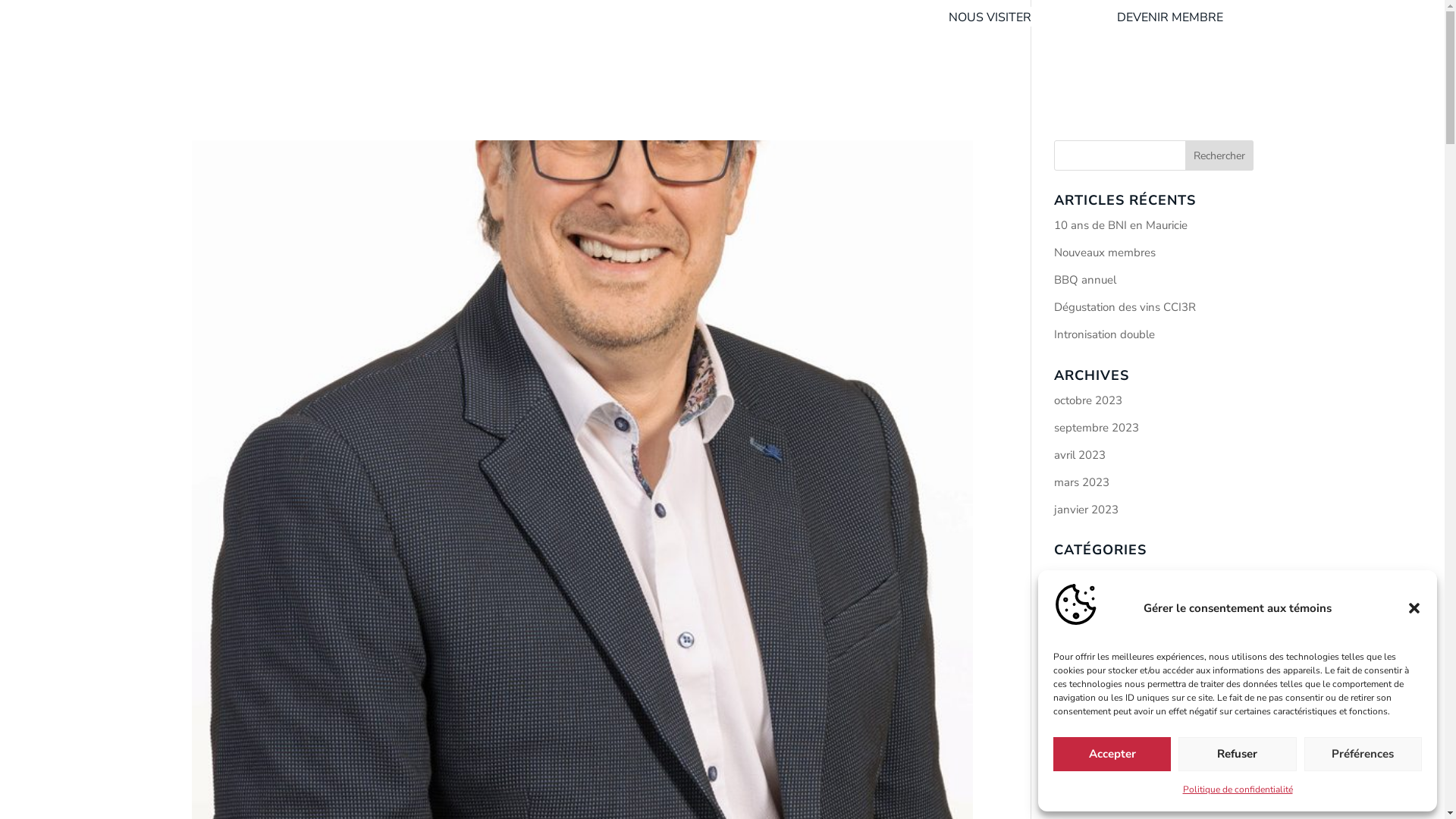  Describe the element at coordinates (1104, 333) in the screenshot. I see `'Intronisation double'` at that location.